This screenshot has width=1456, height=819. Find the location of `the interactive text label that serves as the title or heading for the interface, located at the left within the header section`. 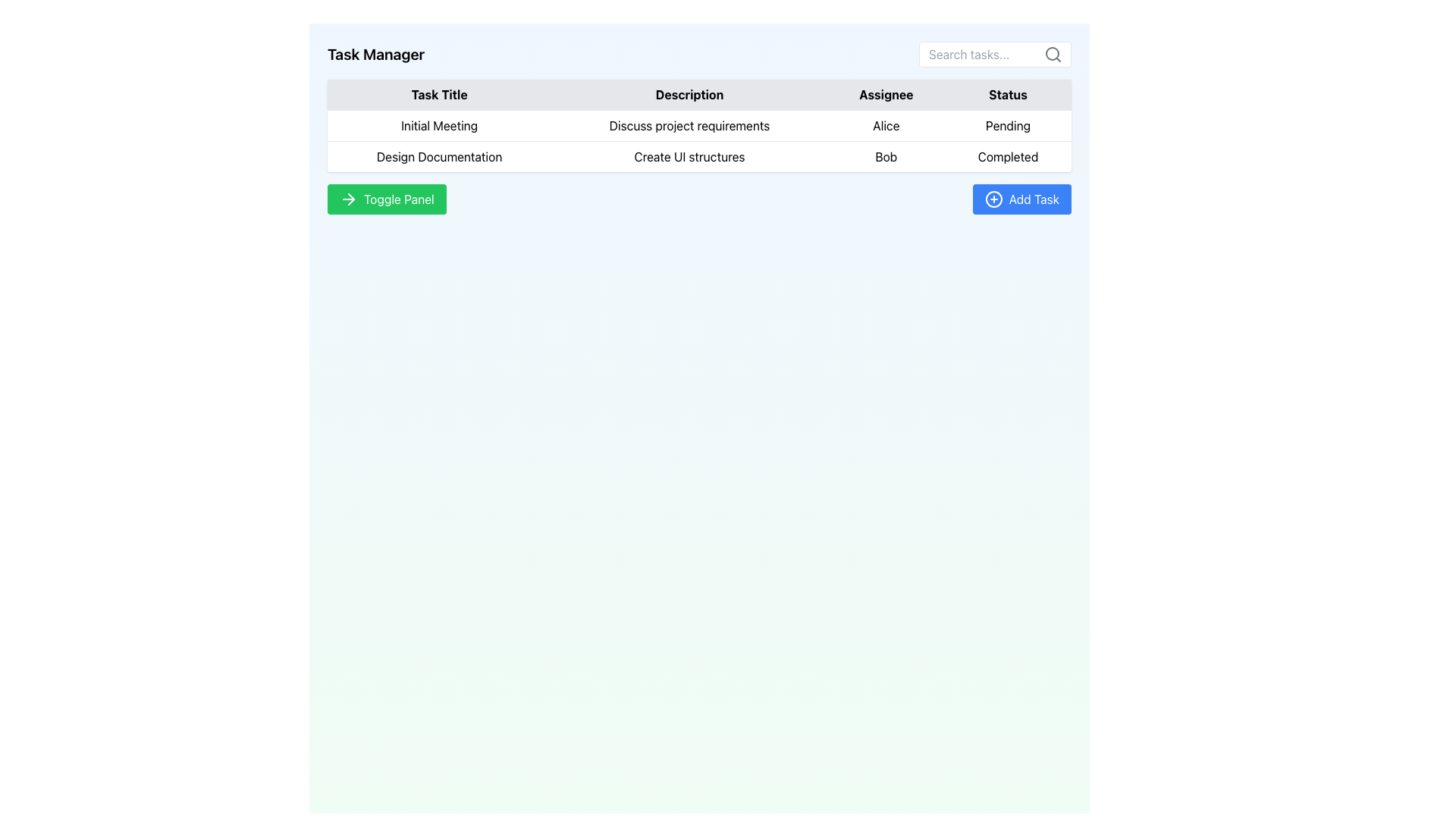

the interactive text label that serves as the title or heading for the interface, located at the left within the header section is located at coordinates (376, 54).